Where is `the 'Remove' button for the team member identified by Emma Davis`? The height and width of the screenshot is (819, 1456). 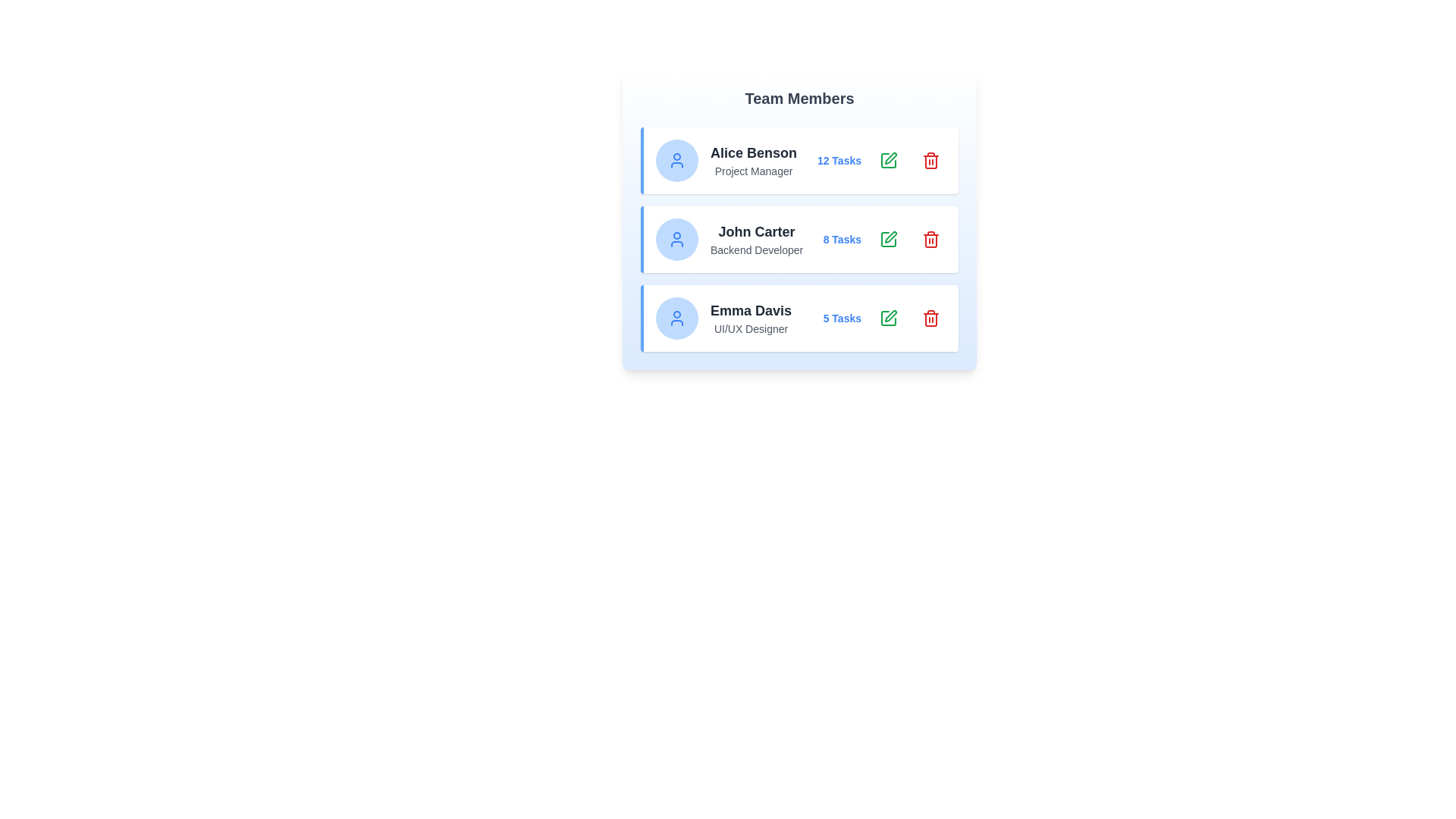
the 'Remove' button for the team member identified by Emma Davis is located at coordinates (930, 318).